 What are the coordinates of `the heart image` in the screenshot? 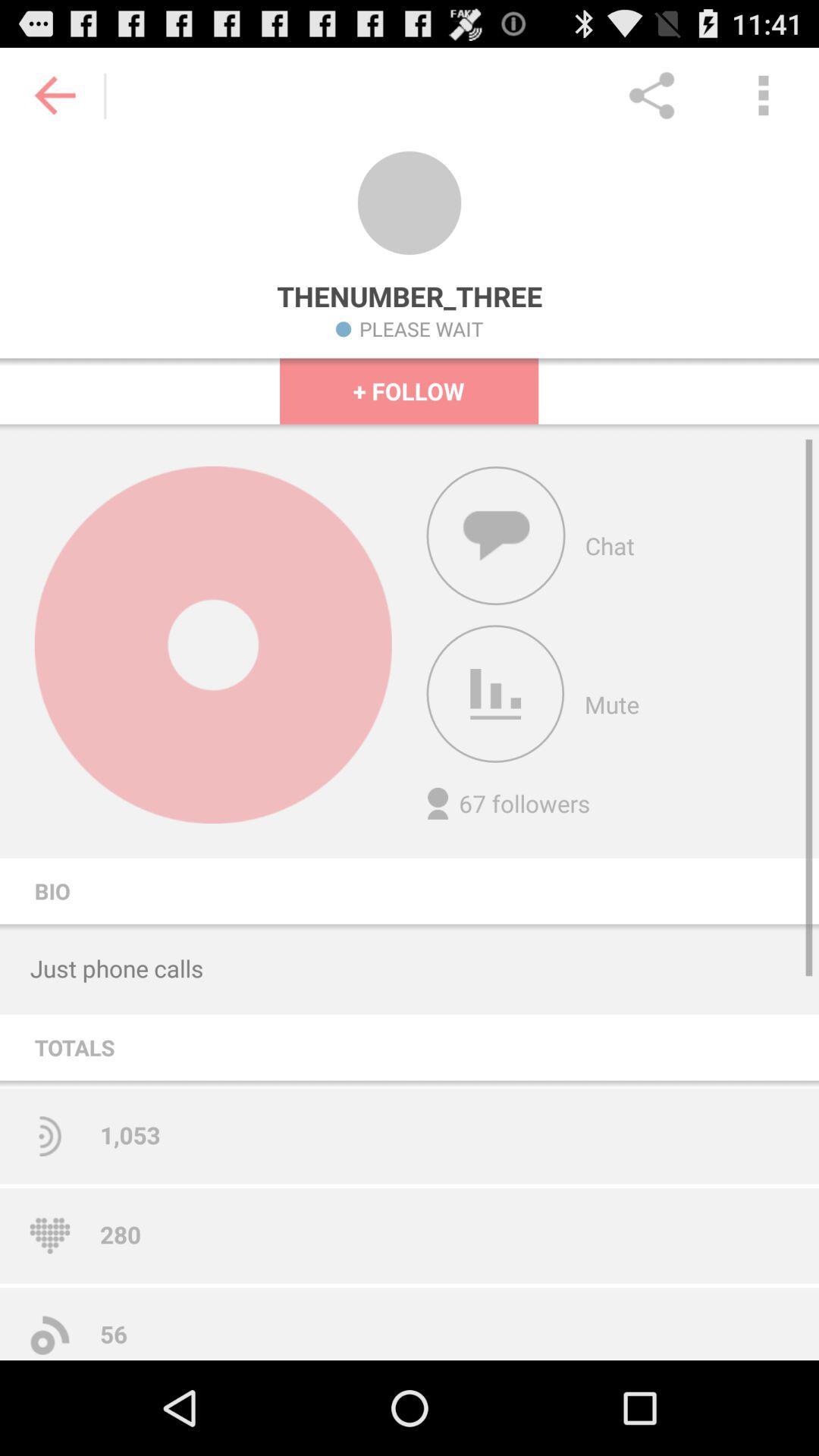 It's located at (49, 1236).